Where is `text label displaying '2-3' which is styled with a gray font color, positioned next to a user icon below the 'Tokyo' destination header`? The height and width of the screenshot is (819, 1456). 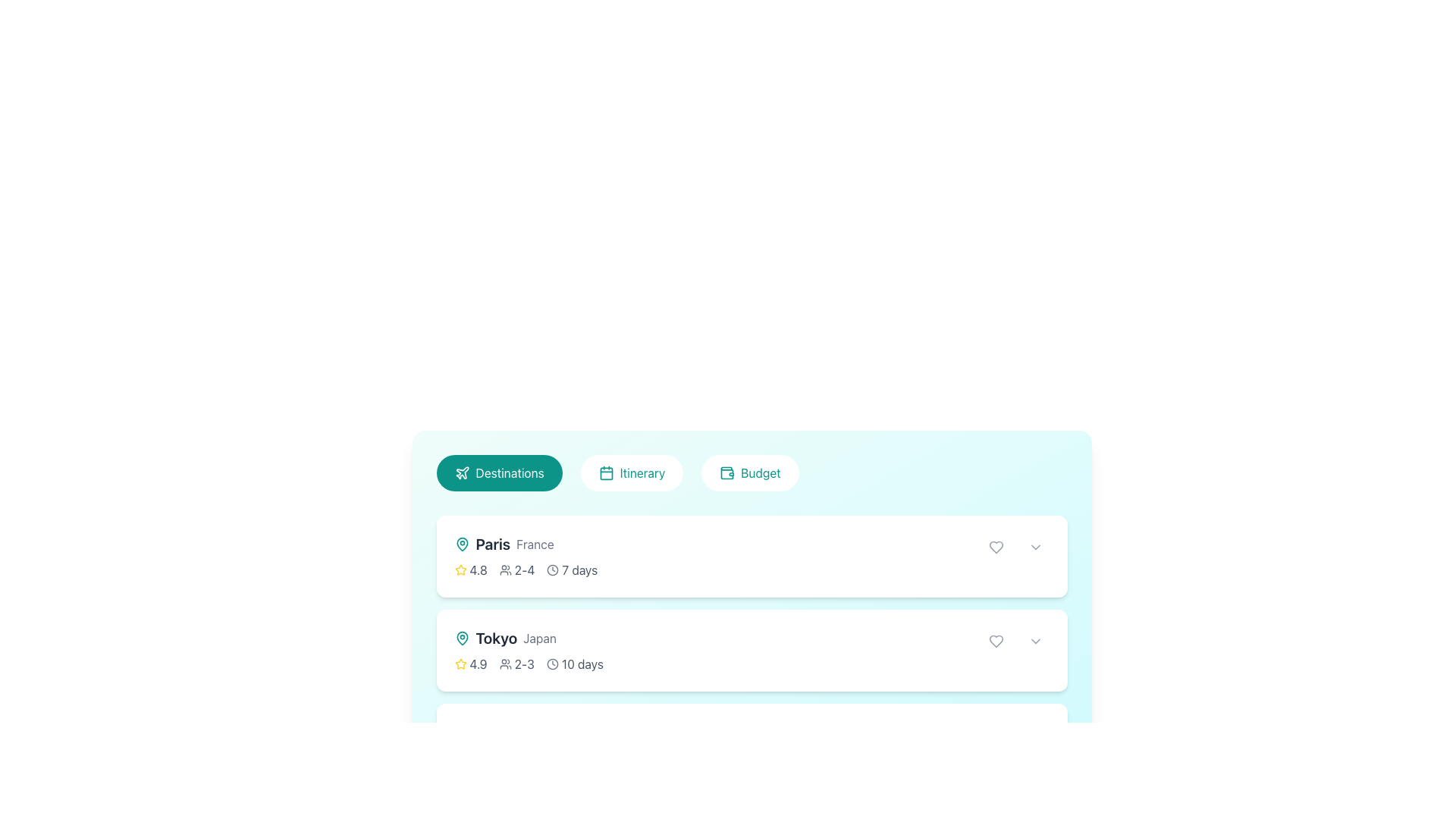 text label displaying '2-3' which is styled with a gray font color, positioned next to a user icon below the 'Tokyo' destination header is located at coordinates (524, 663).